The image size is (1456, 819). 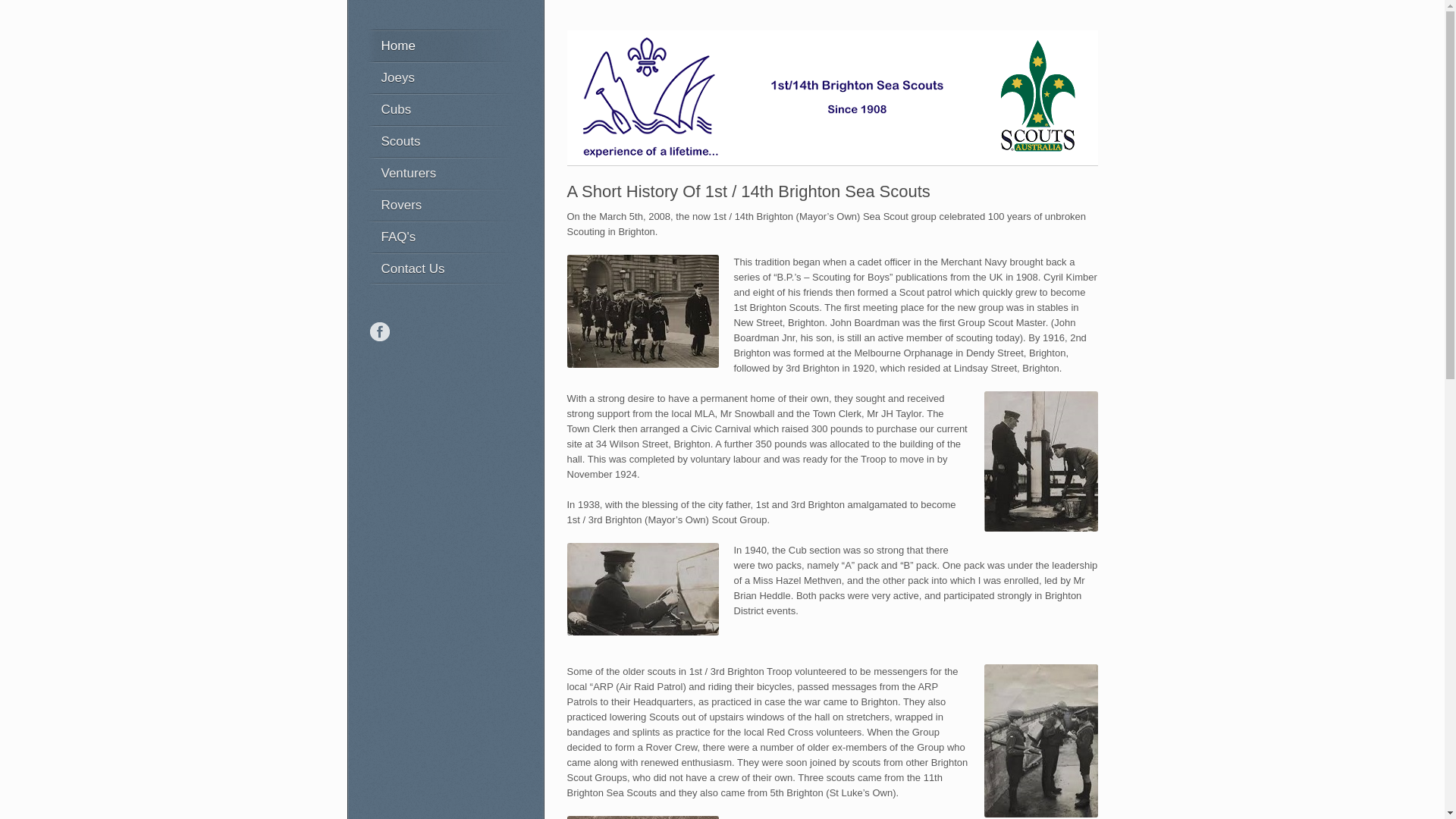 I want to click on 'Rovers', so click(x=365, y=205).